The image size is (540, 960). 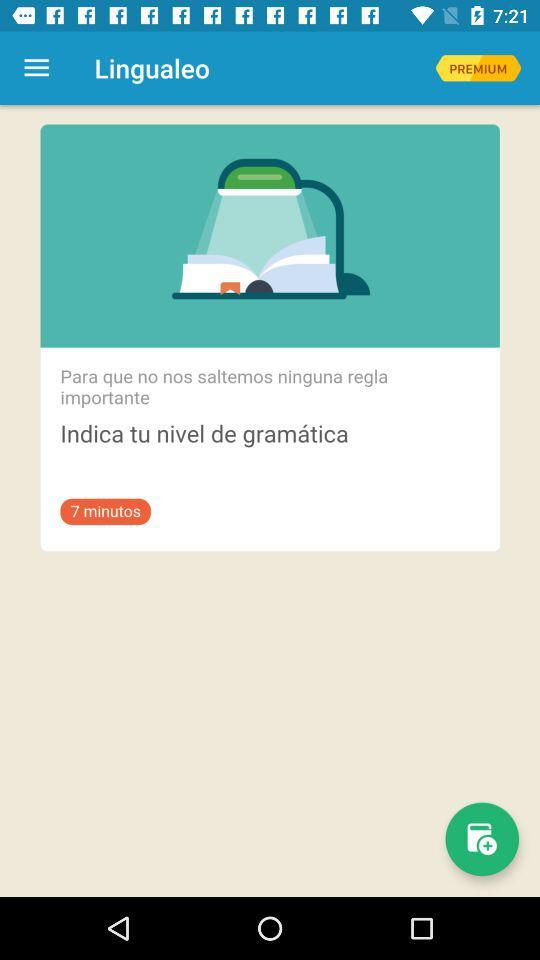 What do you see at coordinates (477, 68) in the screenshot?
I see `the premium option` at bounding box center [477, 68].